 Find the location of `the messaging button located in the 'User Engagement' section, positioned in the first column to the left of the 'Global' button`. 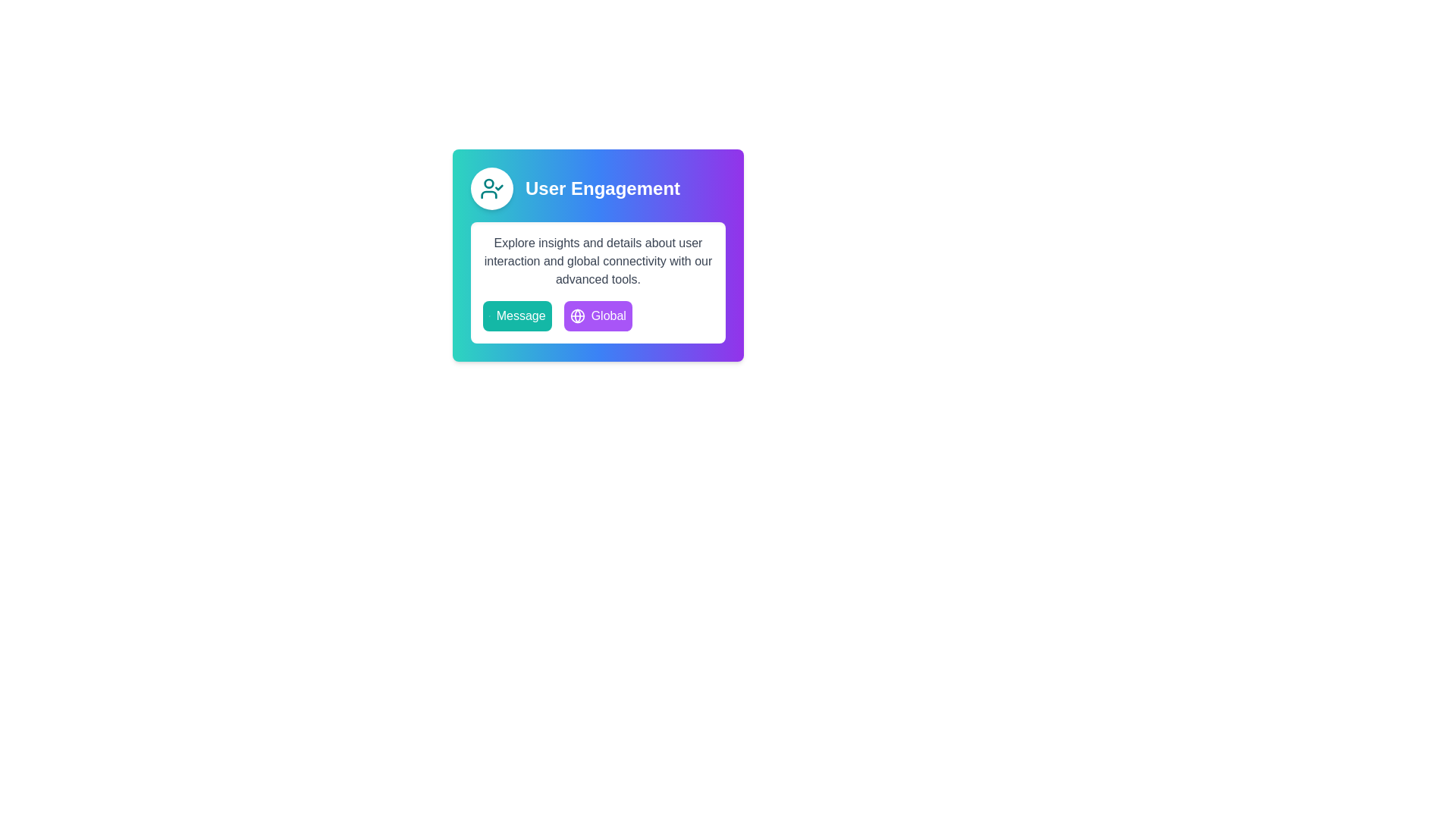

the messaging button located in the 'User Engagement' section, positioned in the first column to the left of the 'Global' button is located at coordinates (517, 315).